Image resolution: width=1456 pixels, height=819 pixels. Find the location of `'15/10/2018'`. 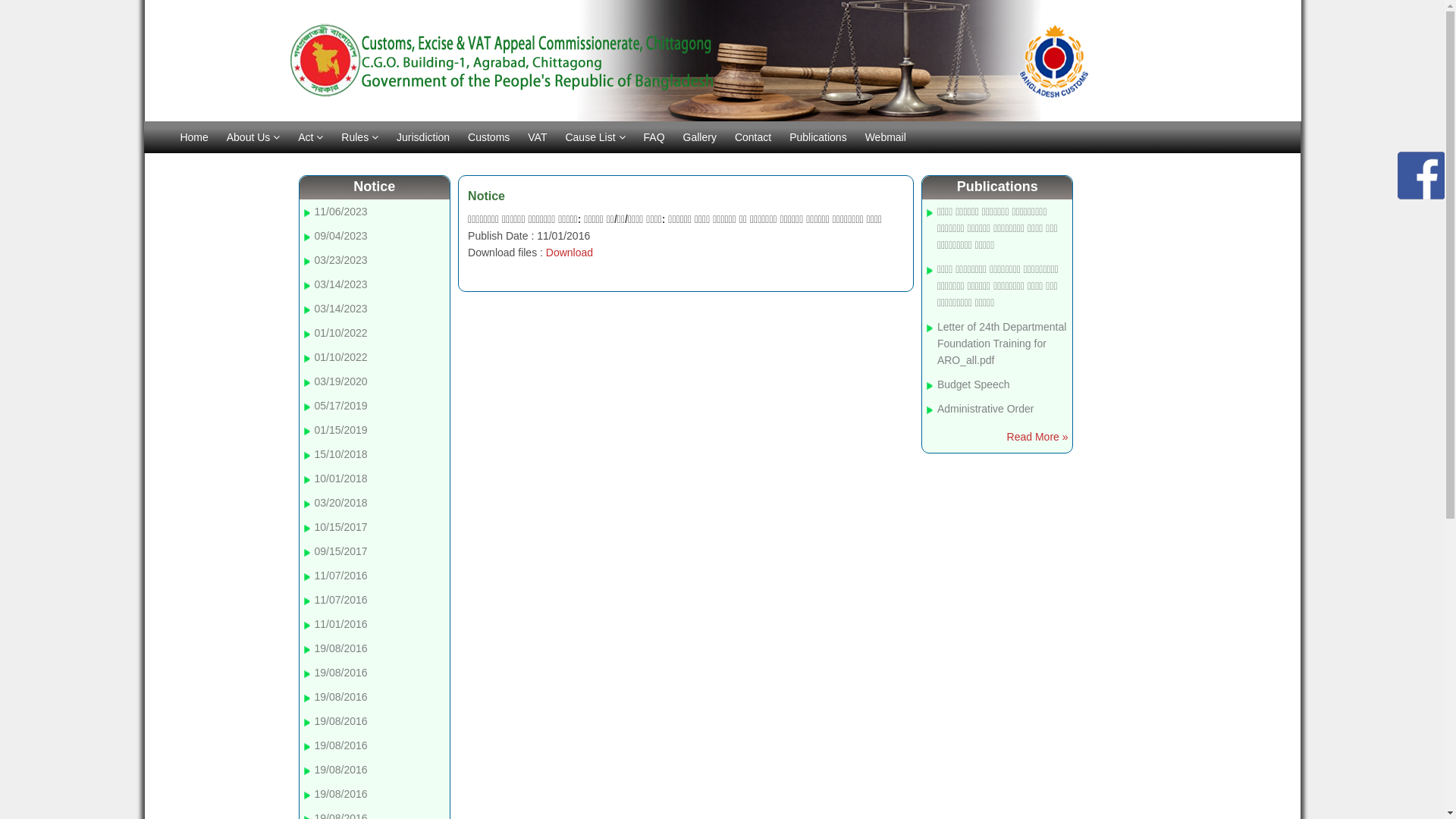

'15/10/2018' is located at coordinates (313, 453).